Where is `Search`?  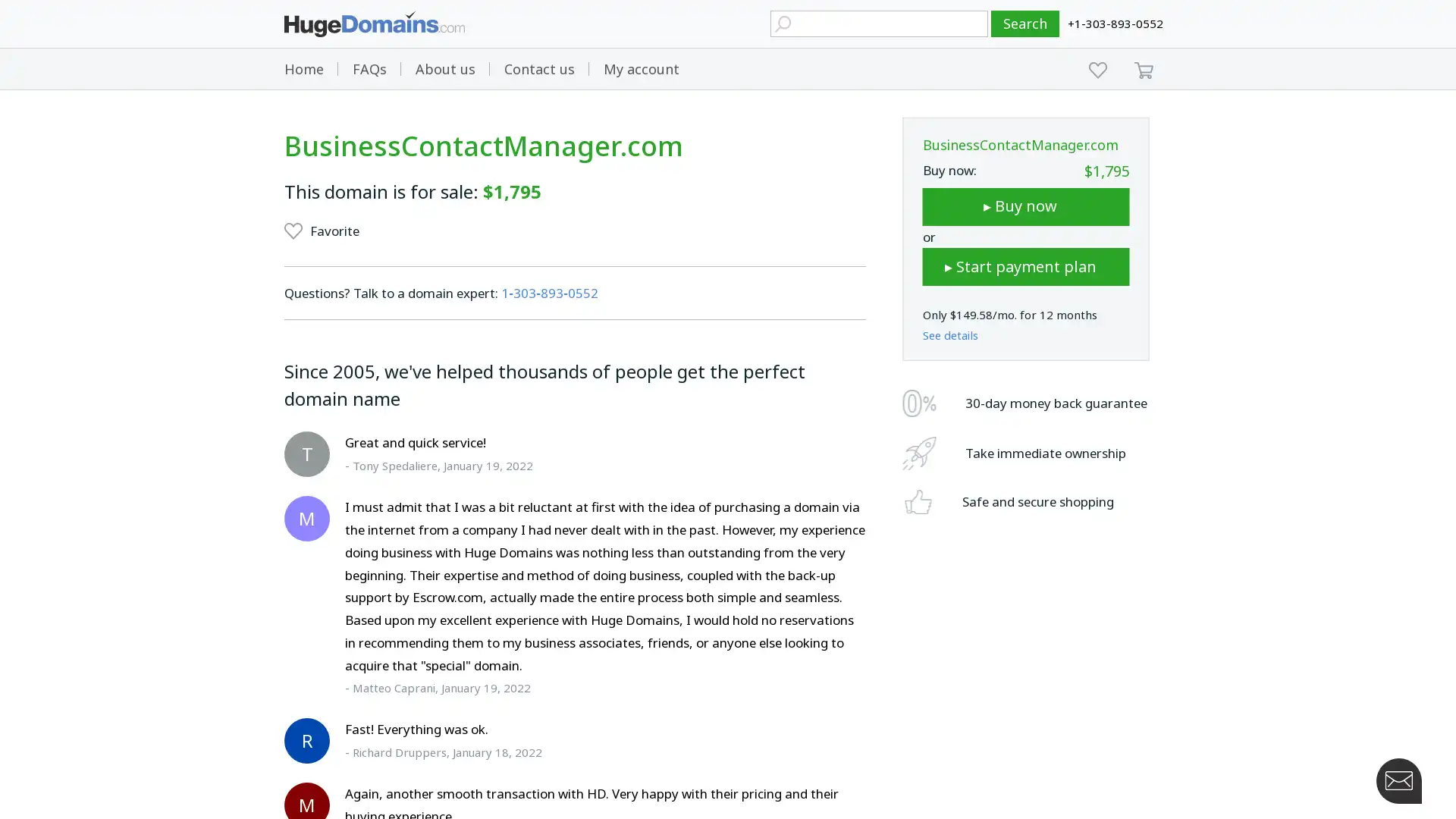
Search is located at coordinates (1025, 24).